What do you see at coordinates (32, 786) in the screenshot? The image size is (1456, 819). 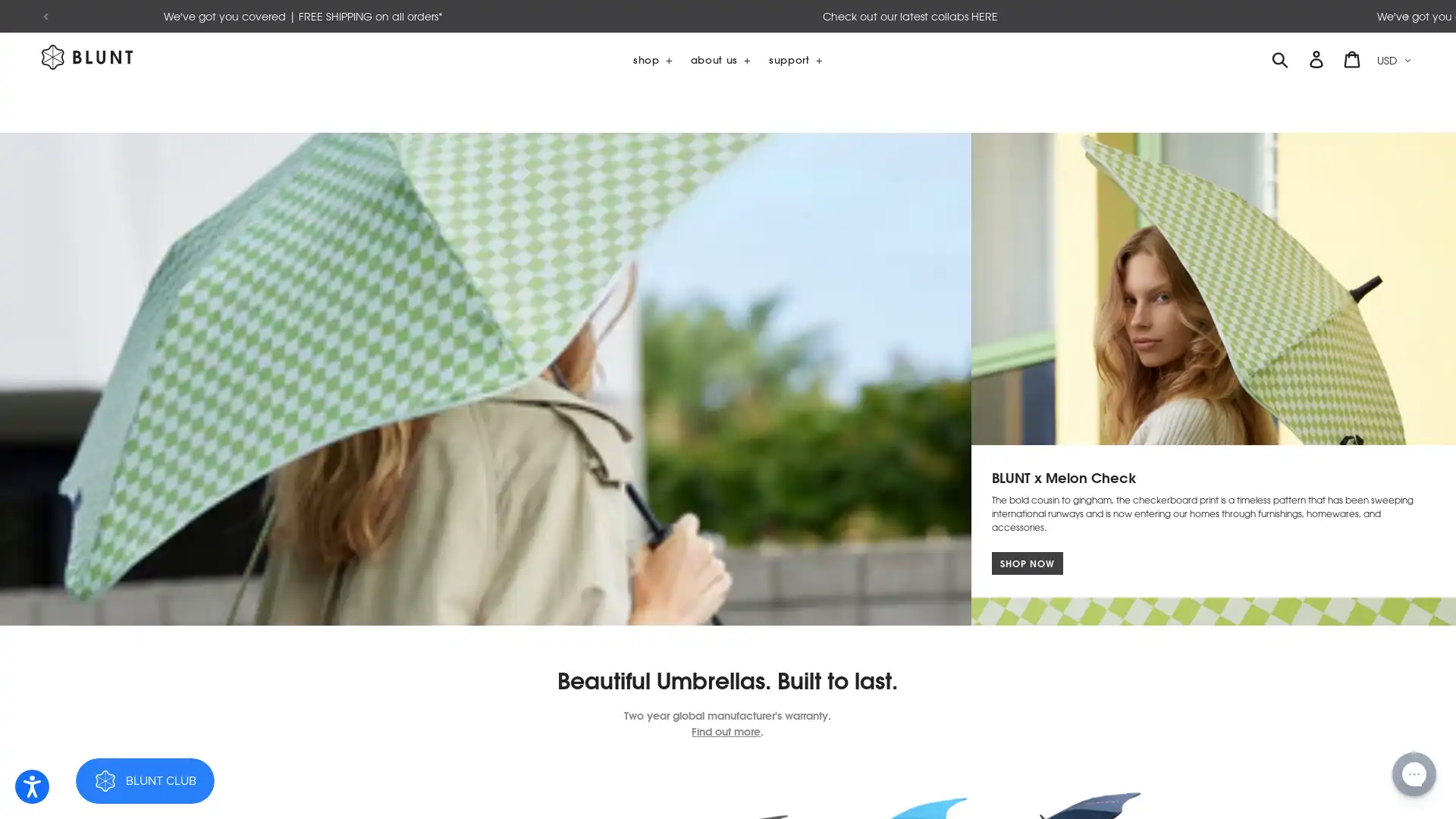 I see `Open accessibility options, statement and help` at bounding box center [32, 786].